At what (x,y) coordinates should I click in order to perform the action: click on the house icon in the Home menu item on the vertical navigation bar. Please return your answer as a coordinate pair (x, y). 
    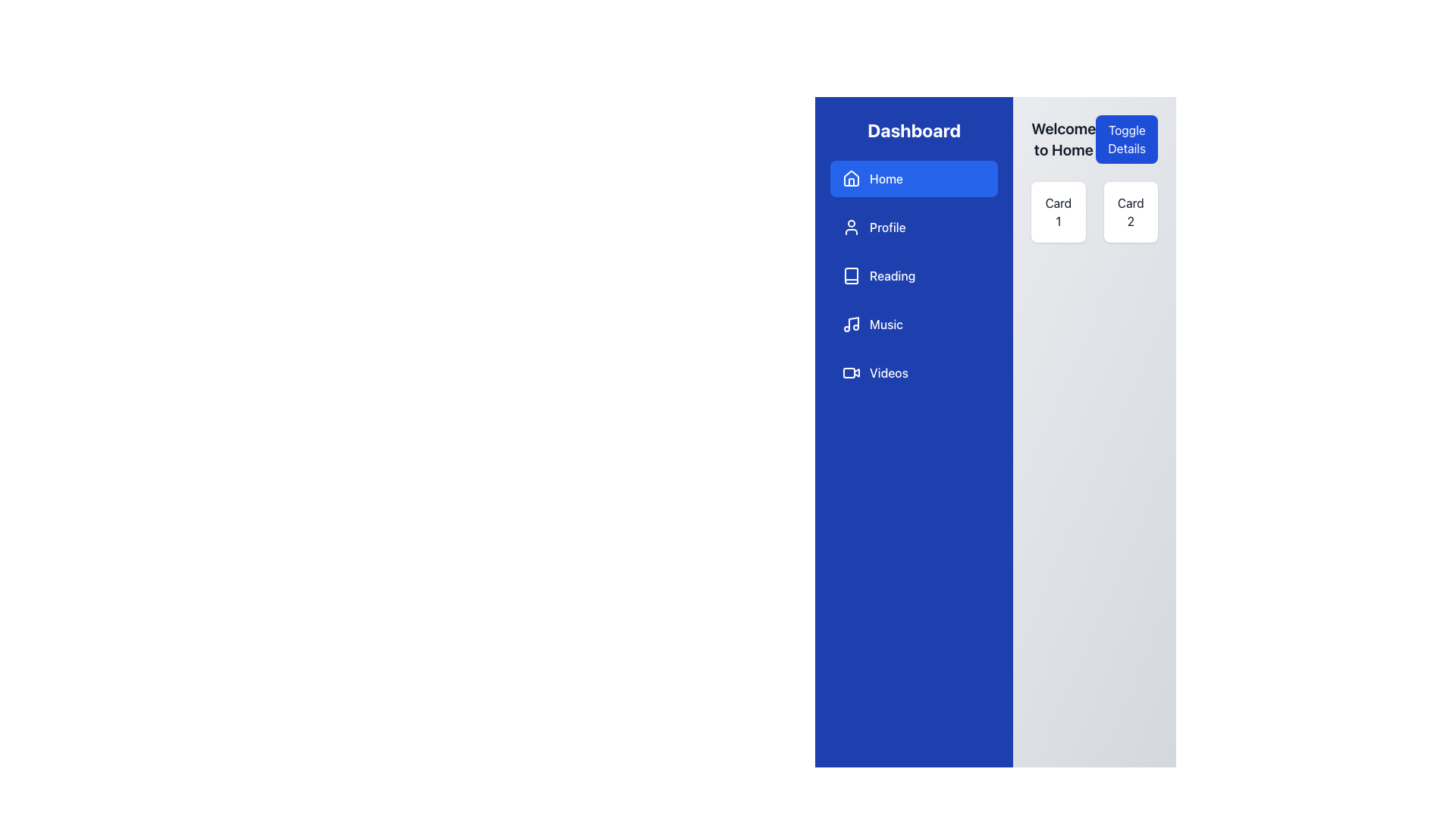
    Looking at the image, I should click on (852, 177).